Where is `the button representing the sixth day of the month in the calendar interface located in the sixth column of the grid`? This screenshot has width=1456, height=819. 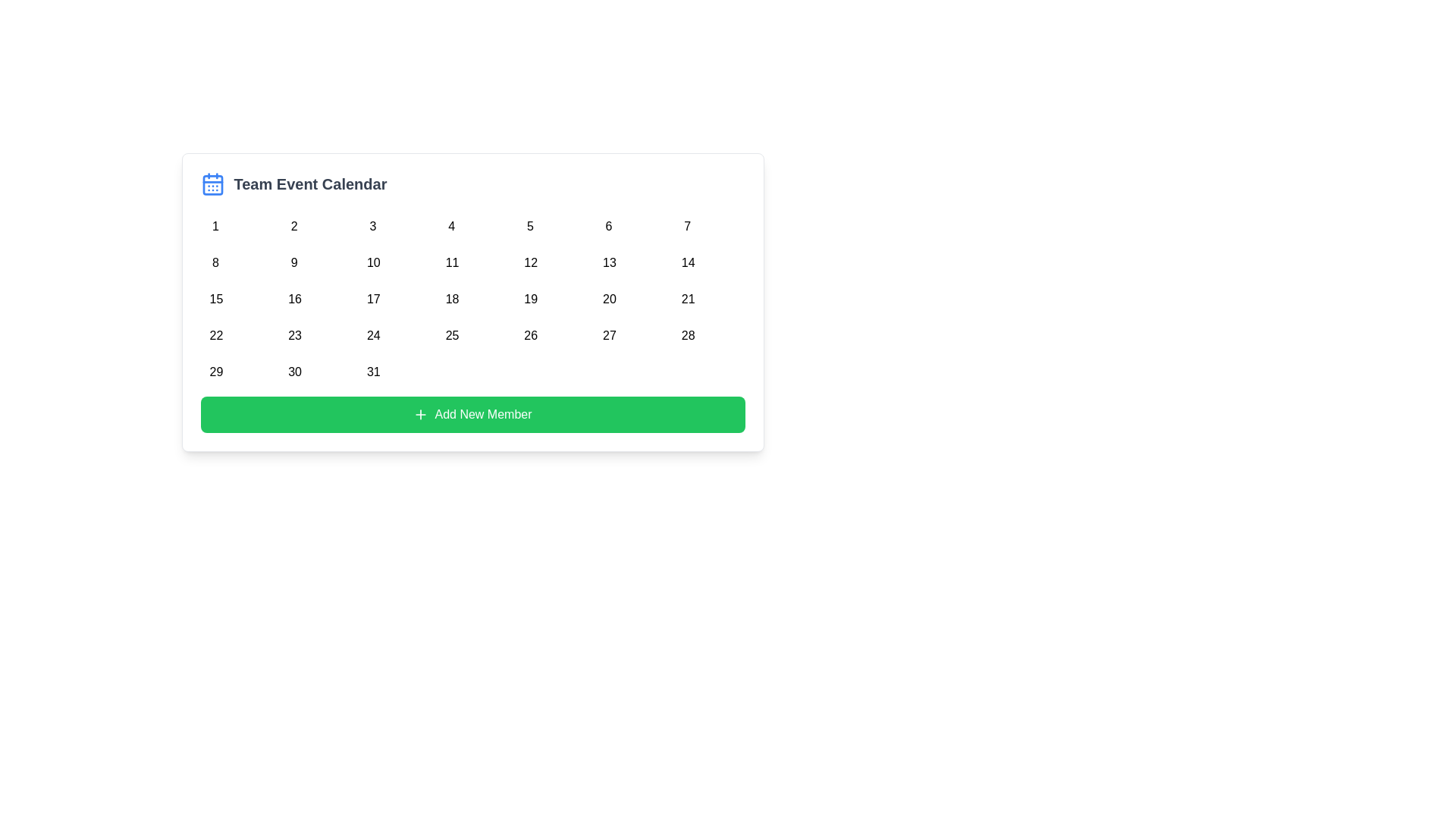 the button representing the sixth day of the month in the calendar interface located in the sixth column of the grid is located at coordinates (609, 223).